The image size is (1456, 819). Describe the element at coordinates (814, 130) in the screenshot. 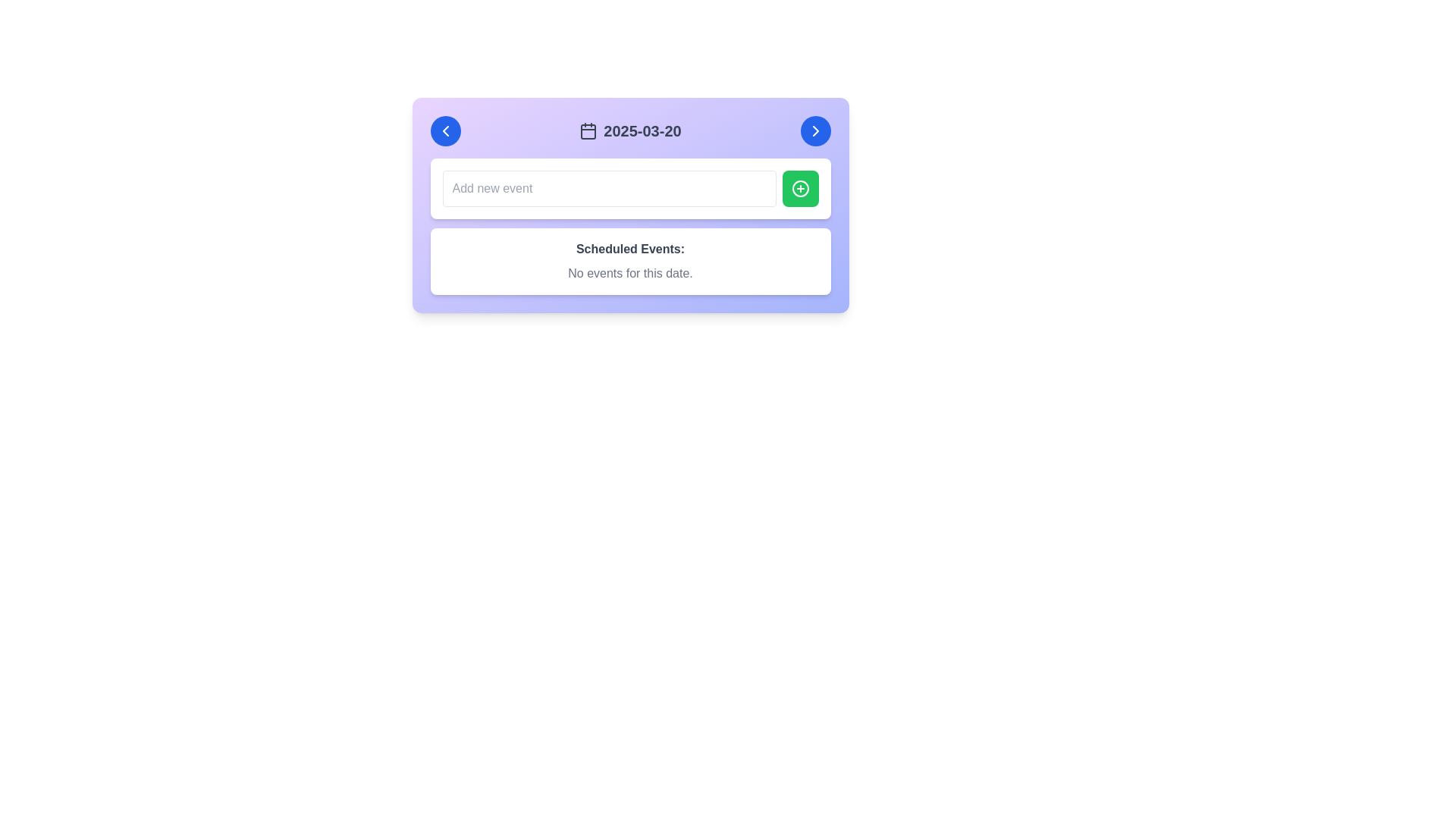

I see `the navigation button located at the top right corner of the card labeled '2025-03-20' to observe the hover effect` at that location.